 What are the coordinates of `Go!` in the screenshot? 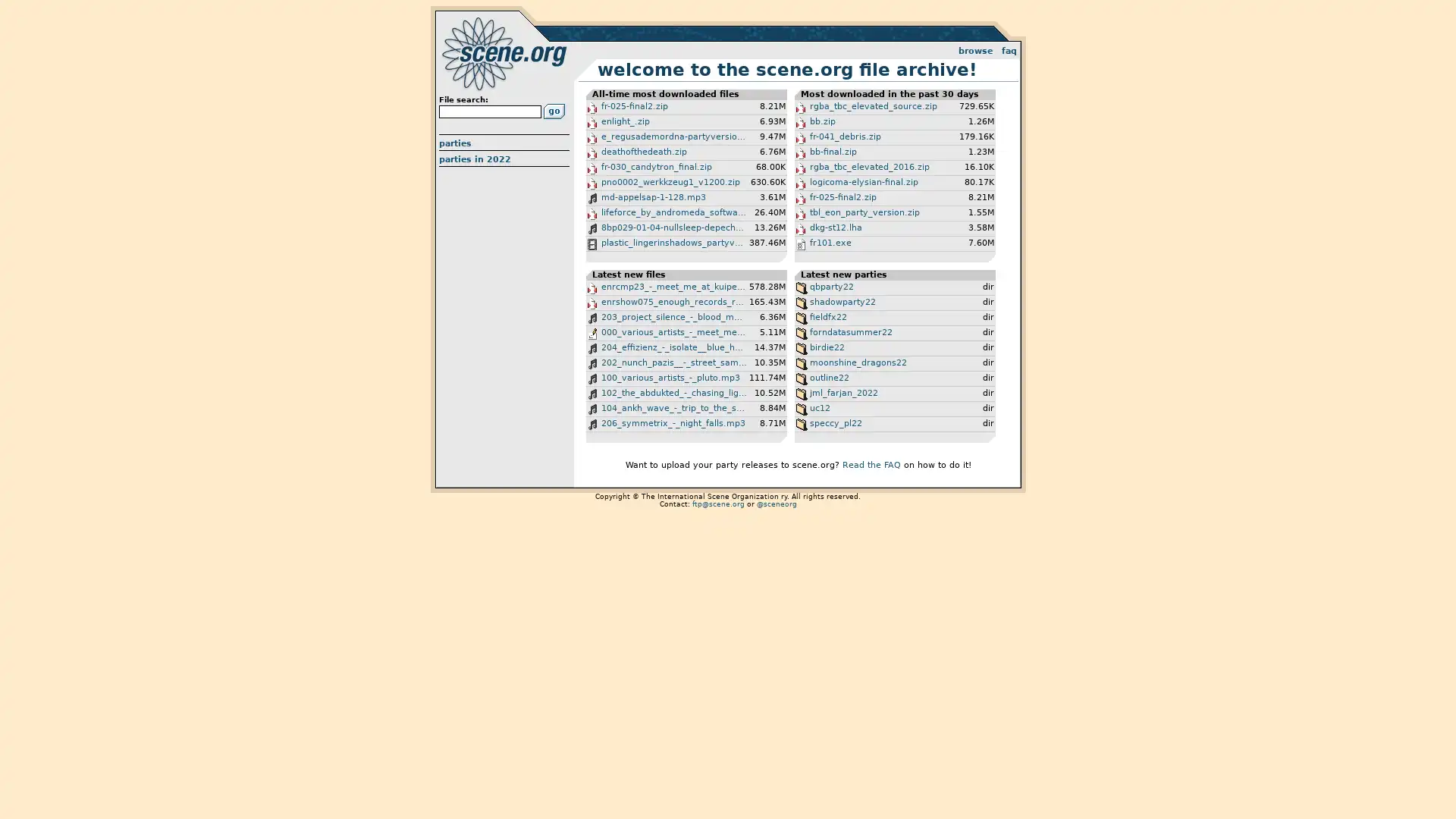 It's located at (552, 110).